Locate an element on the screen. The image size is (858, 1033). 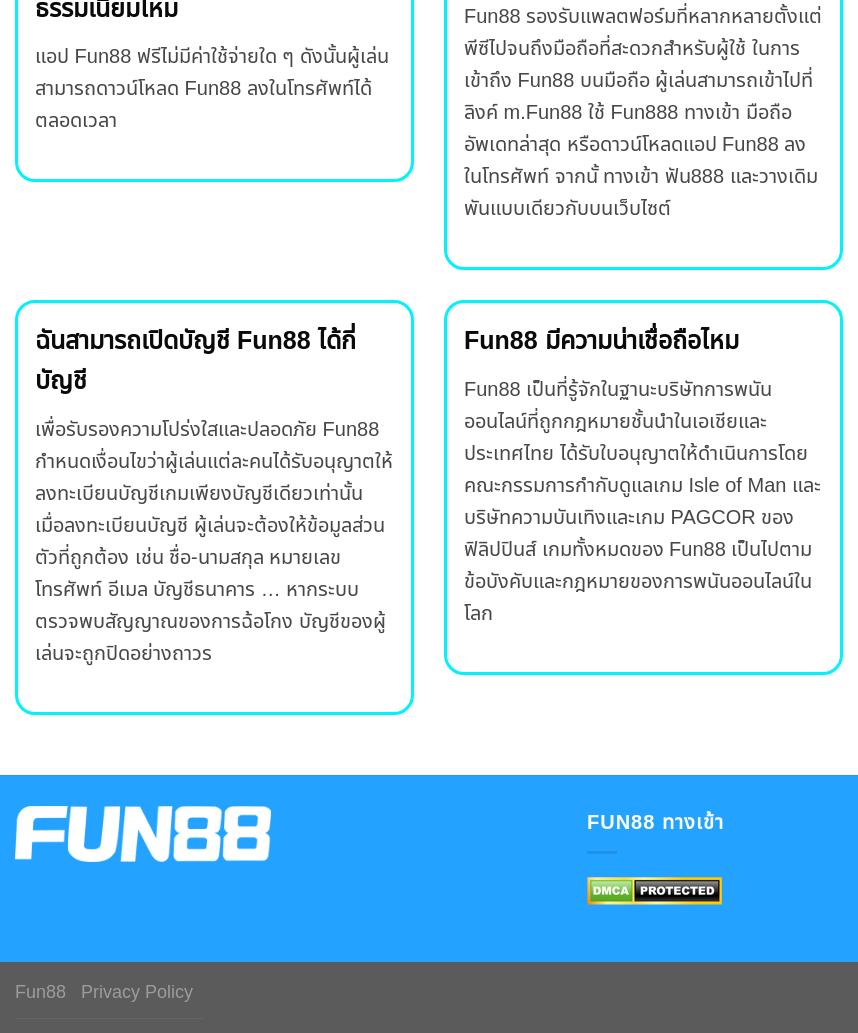
'm.Fun88' is located at coordinates (542, 111).